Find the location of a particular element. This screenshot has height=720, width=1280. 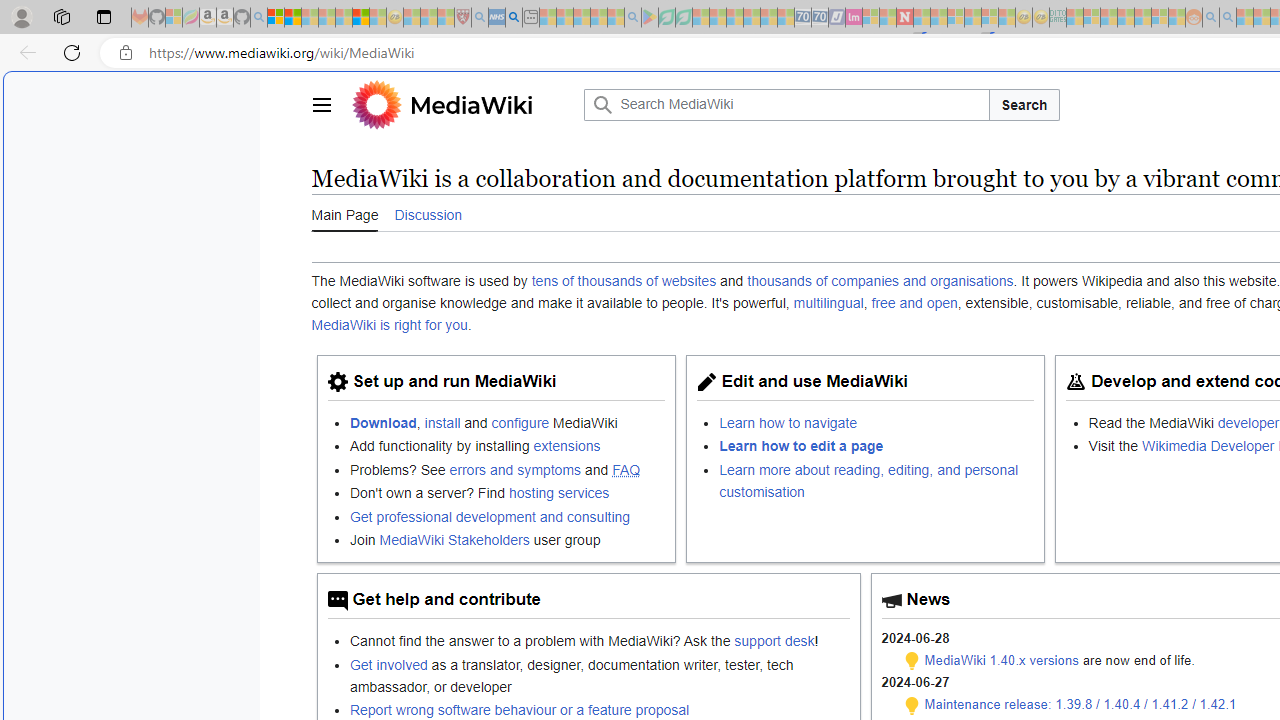

'Search MediaWiki' is located at coordinates (784, 105).